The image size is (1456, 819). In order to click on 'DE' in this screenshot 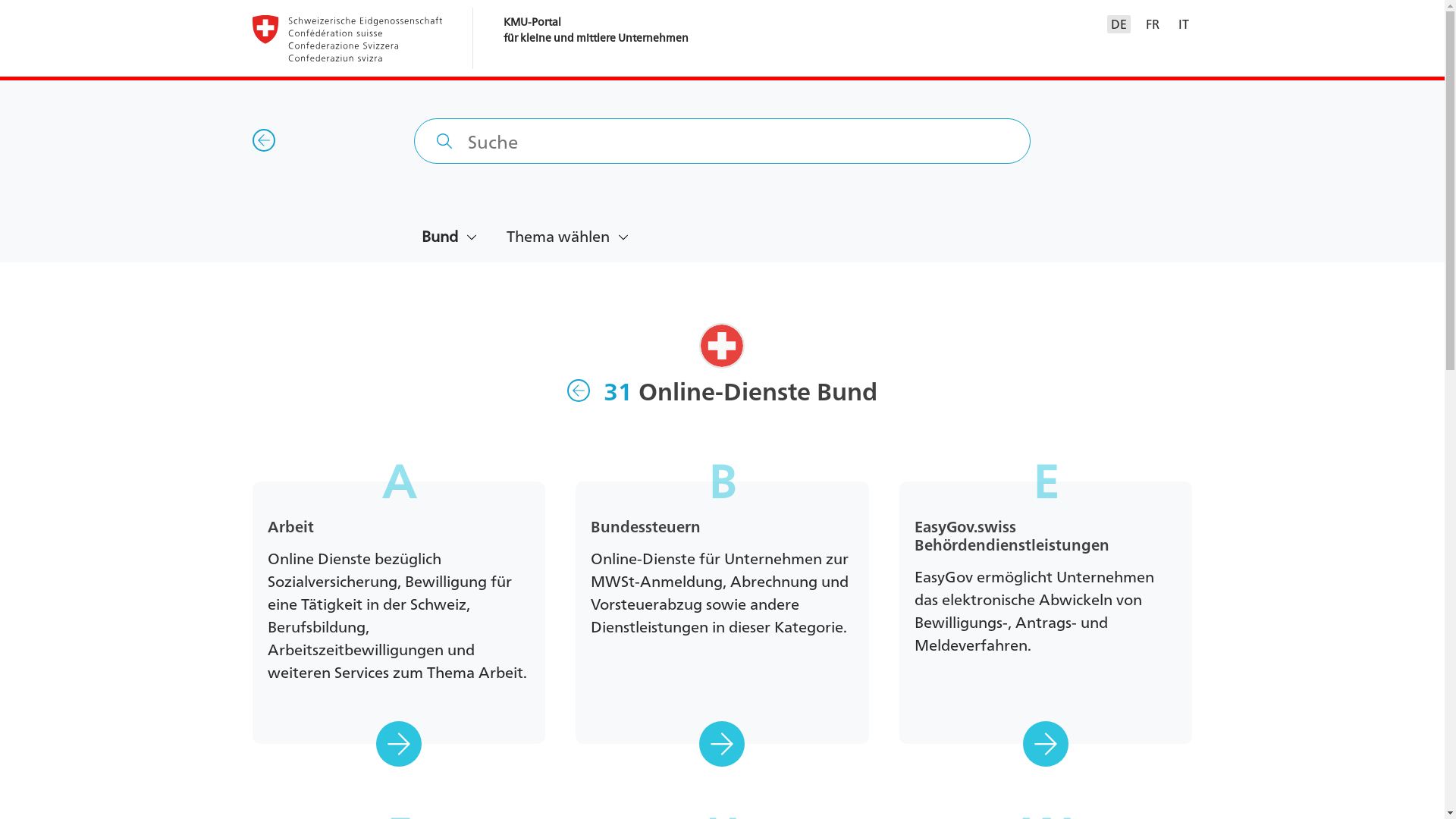, I will do `click(1118, 24)`.